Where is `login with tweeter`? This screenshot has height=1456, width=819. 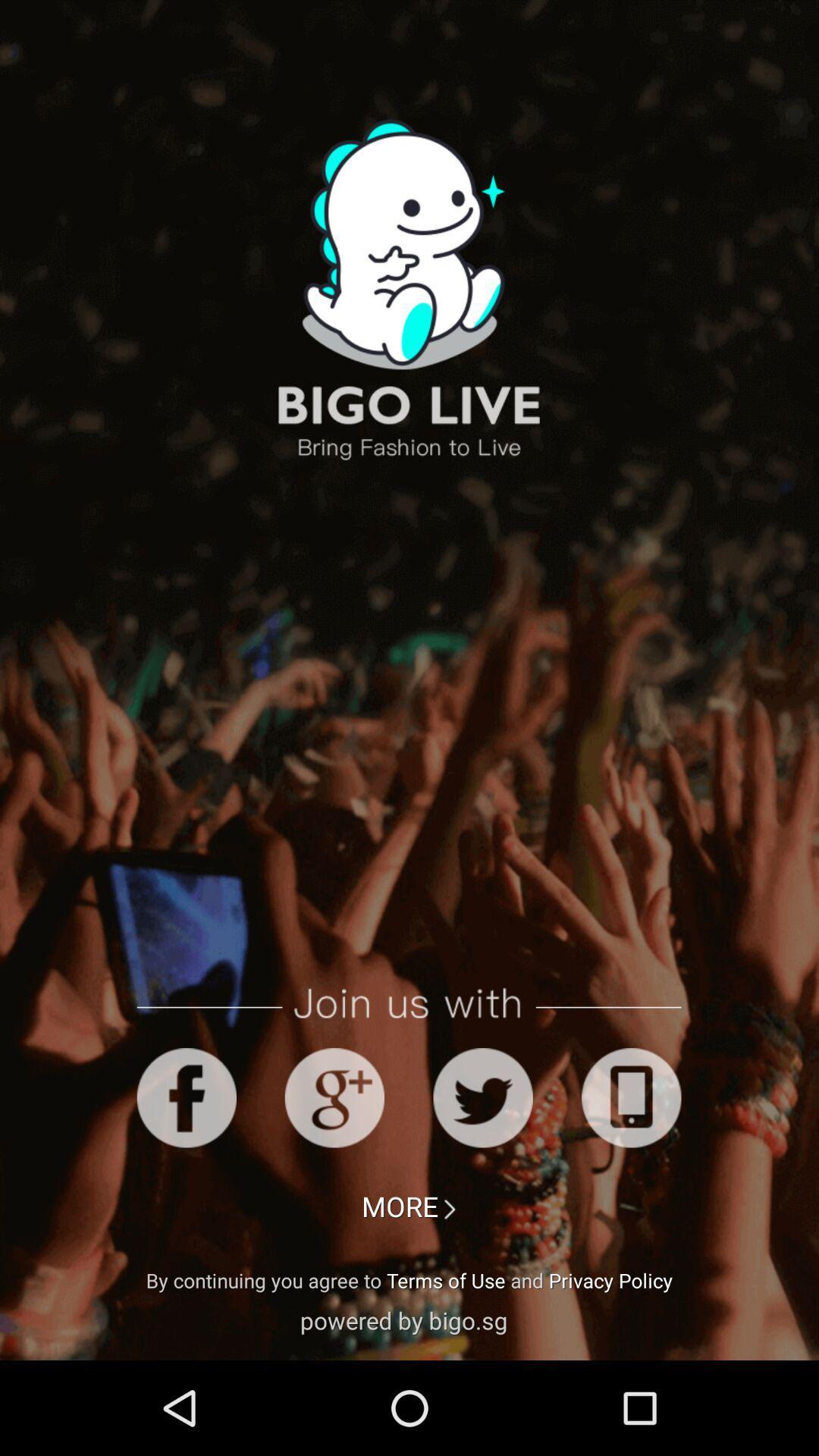 login with tweeter is located at coordinates (483, 1097).